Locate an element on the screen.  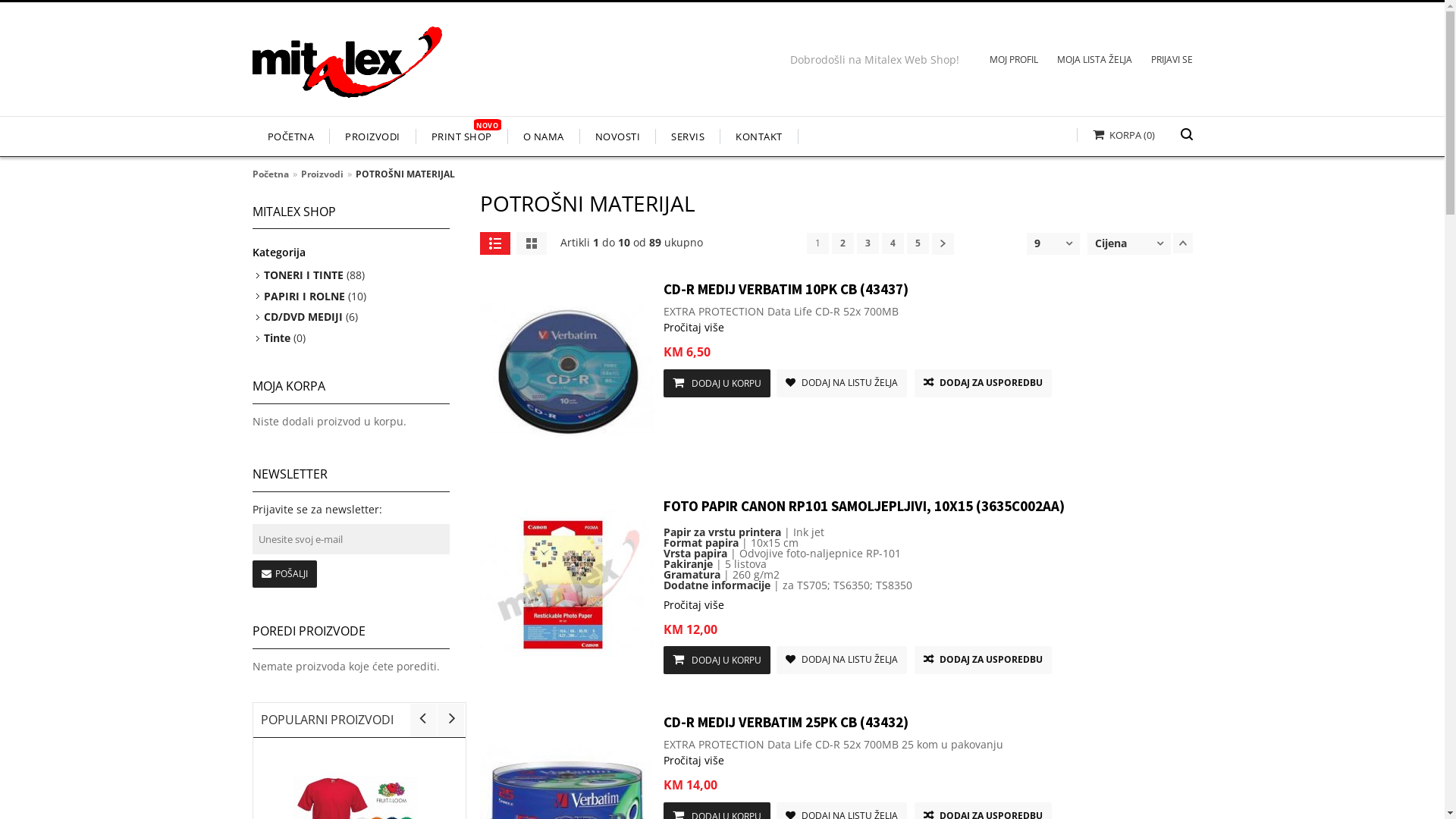
'3' is located at coordinates (868, 242).